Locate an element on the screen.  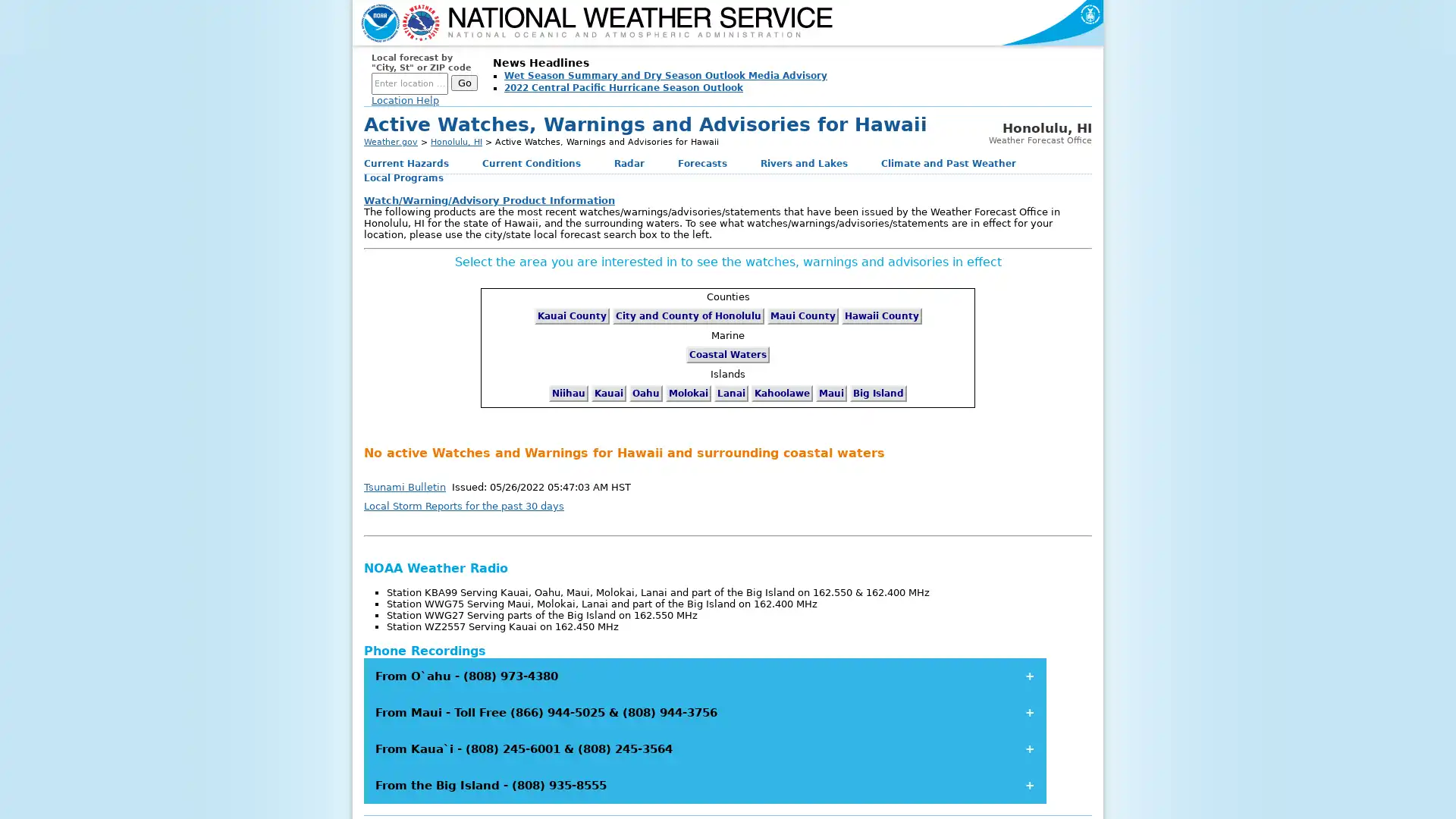
From Kaua`i - (808) 245-6001 & (808) 245-3564 + is located at coordinates (704, 748).